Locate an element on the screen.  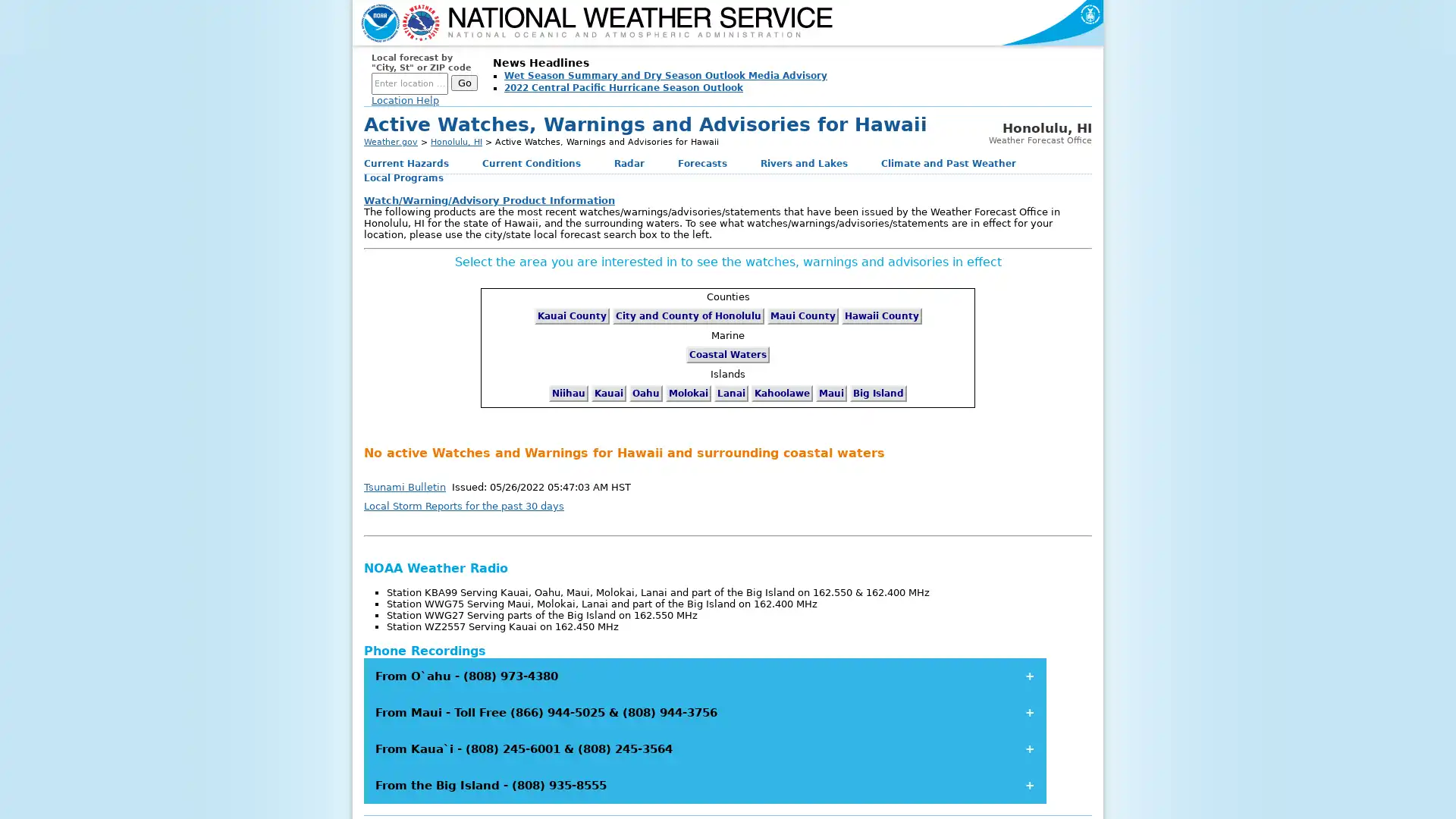
From Kaua`i - (808) 245-6001 & (808) 245-3564 + is located at coordinates (704, 748).